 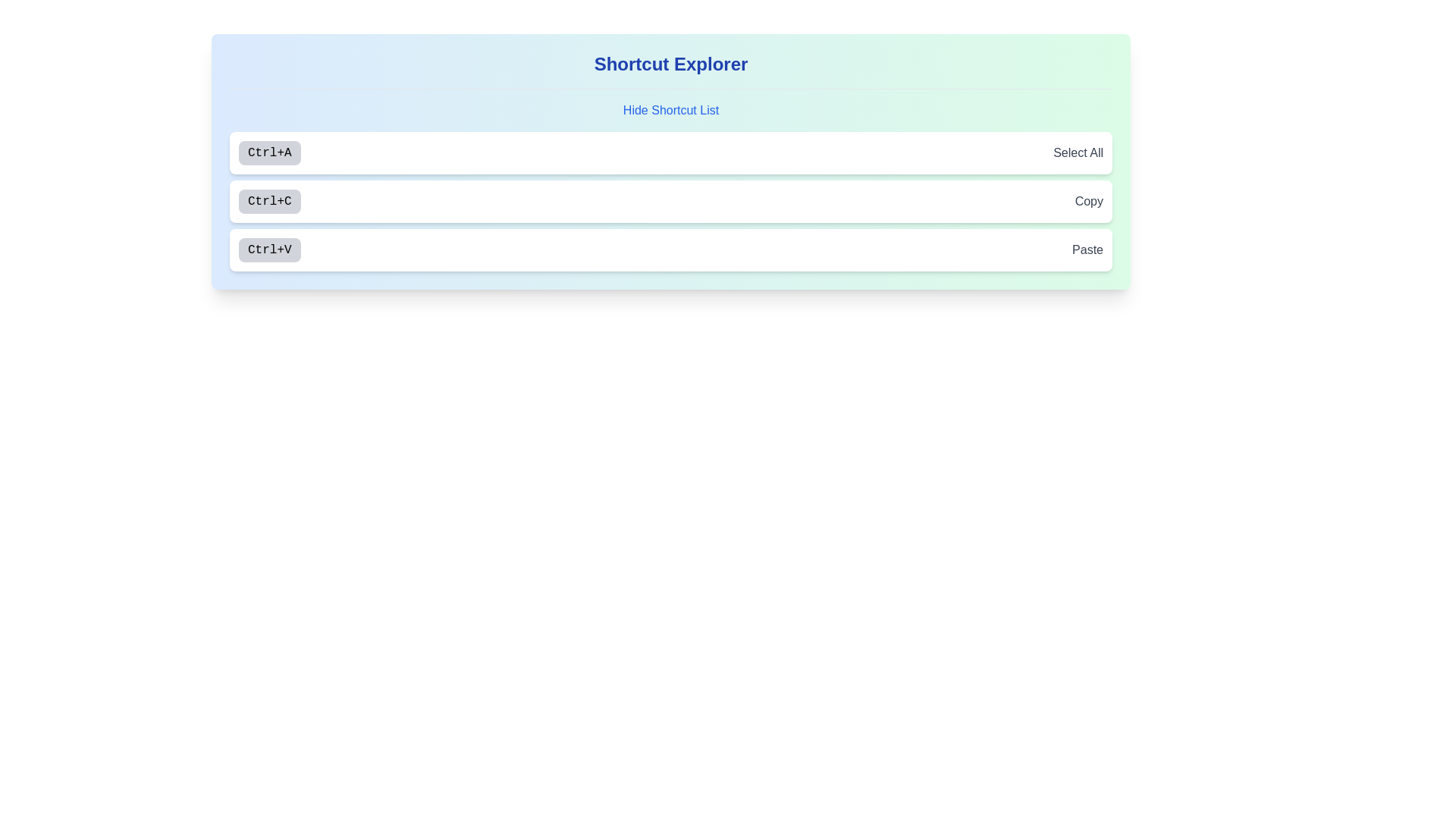 I want to click on the 'Paste' label, which is styled in medium gray and positioned to the right of 'Ctrl+V', within the 'Shortcut Explorer' panel, so click(x=1087, y=249).